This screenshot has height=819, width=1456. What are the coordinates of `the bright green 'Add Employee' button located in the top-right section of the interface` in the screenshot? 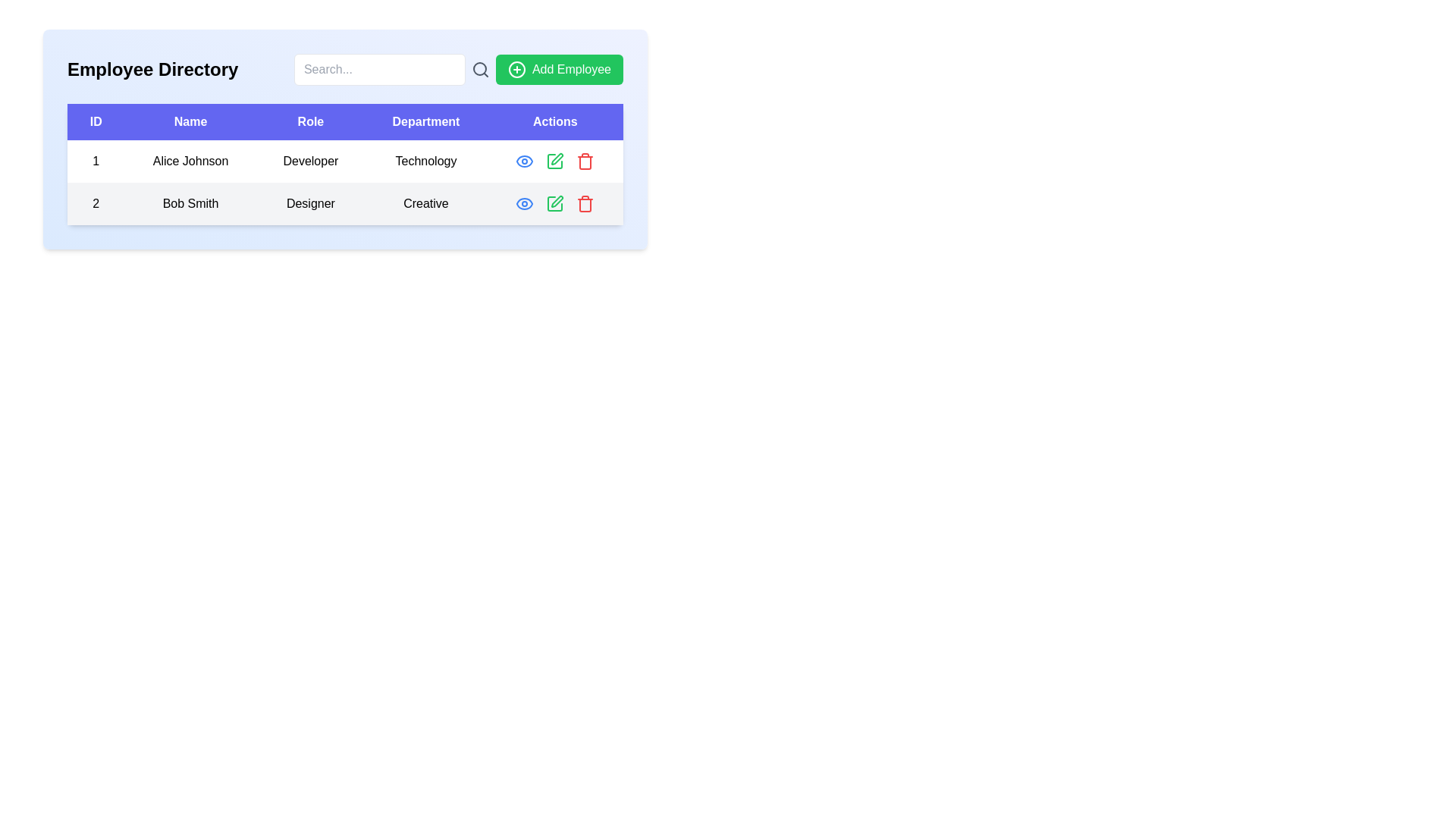 It's located at (559, 70).